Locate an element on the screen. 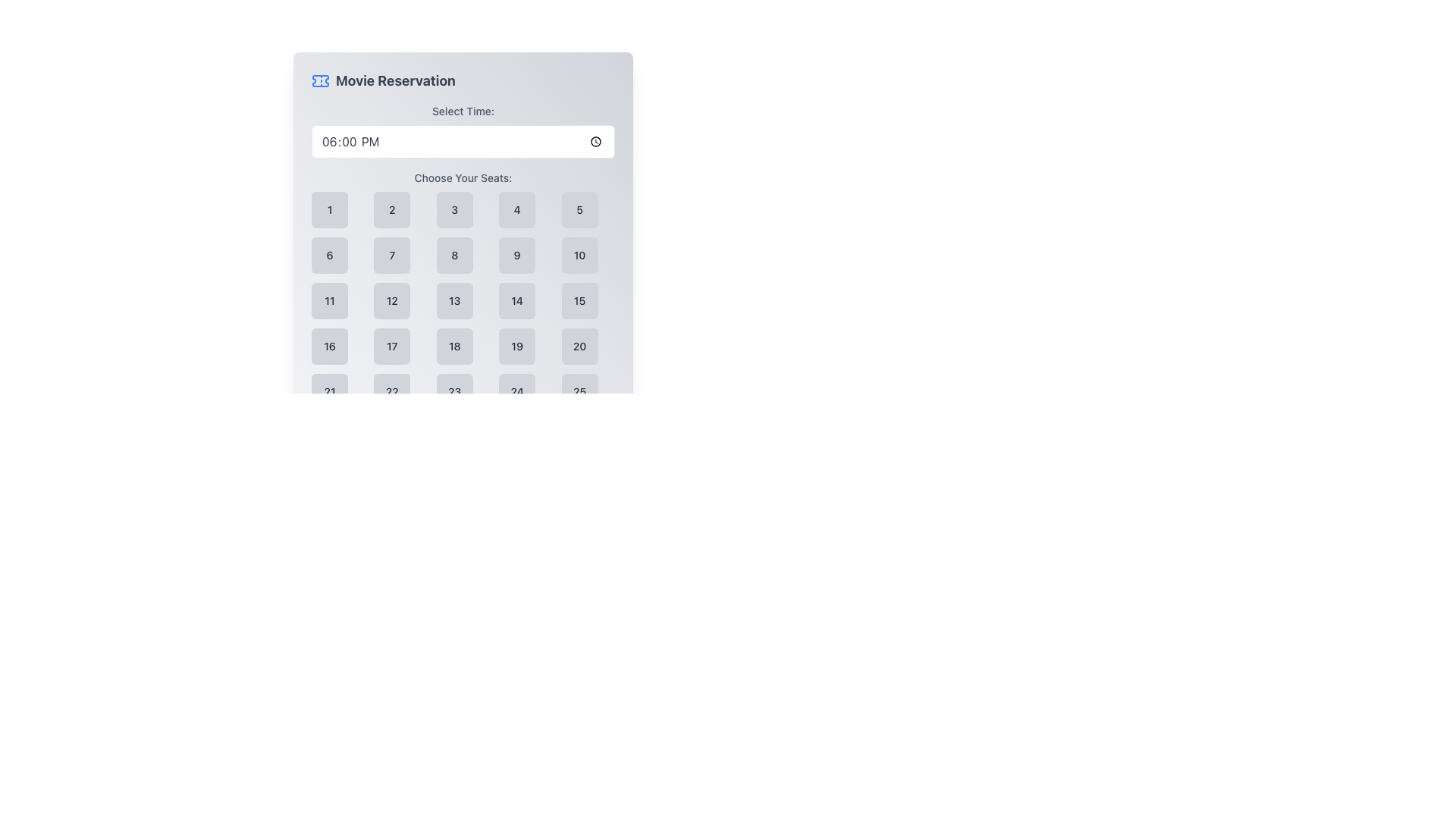 The height and width of the screenshot is (819, 1456). the square-shaped button displaying the number '2' is located at coordinates (392, 210).